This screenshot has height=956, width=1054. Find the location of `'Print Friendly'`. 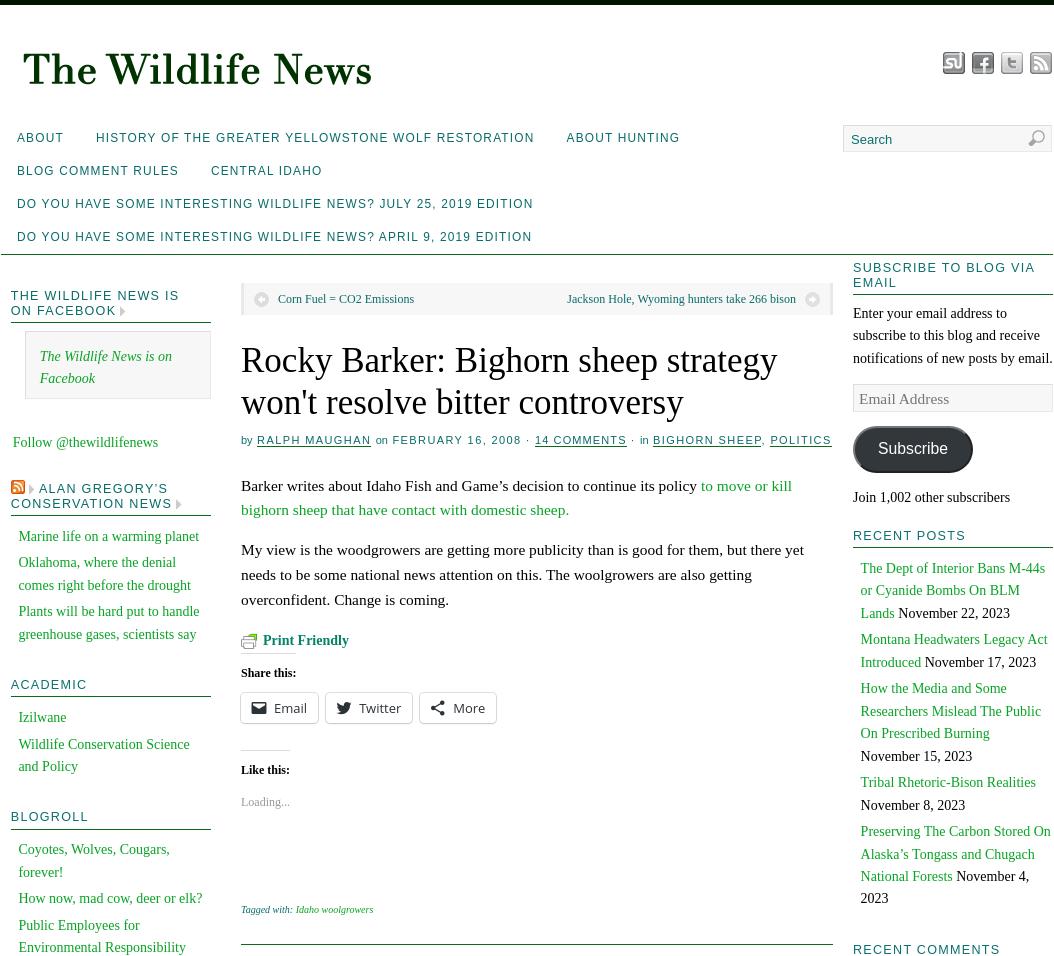

'Print Friendly' is located at coordinates (304, 639).